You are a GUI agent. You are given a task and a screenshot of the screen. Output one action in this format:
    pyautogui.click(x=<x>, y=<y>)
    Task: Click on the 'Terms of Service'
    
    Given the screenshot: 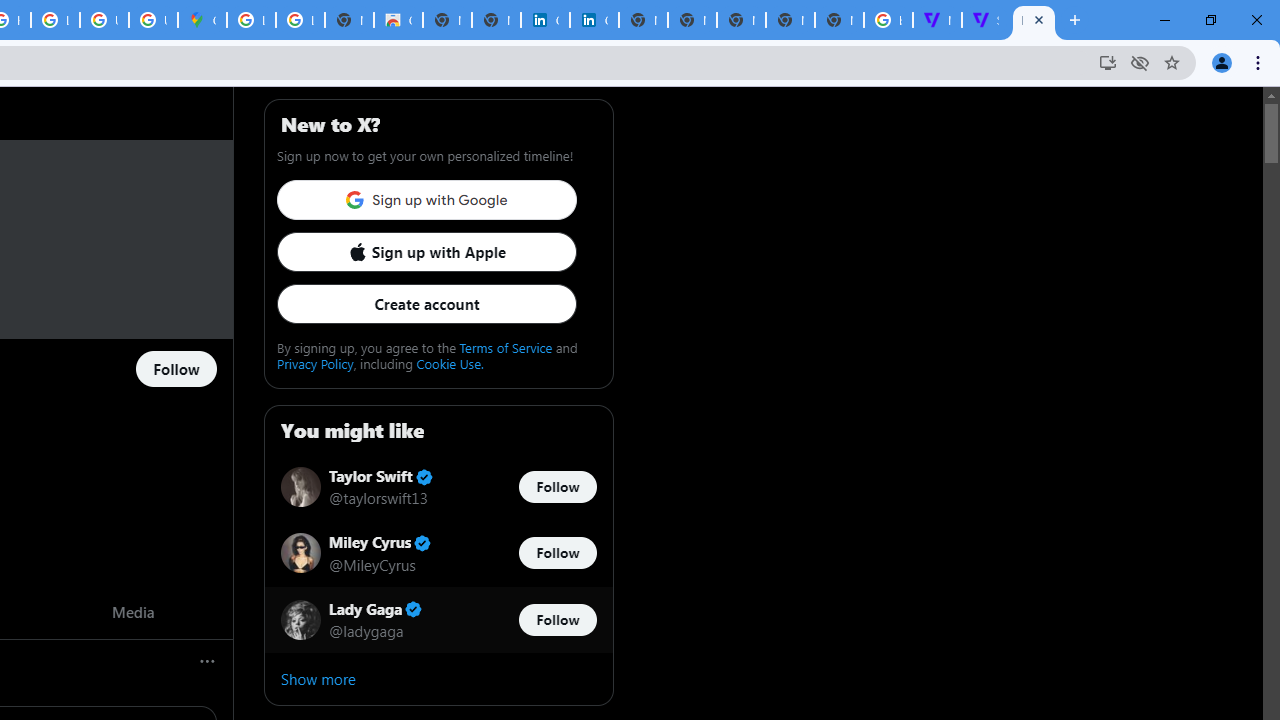 What is the action you would take?
    pyautogui.click(x=506, y=346)
    